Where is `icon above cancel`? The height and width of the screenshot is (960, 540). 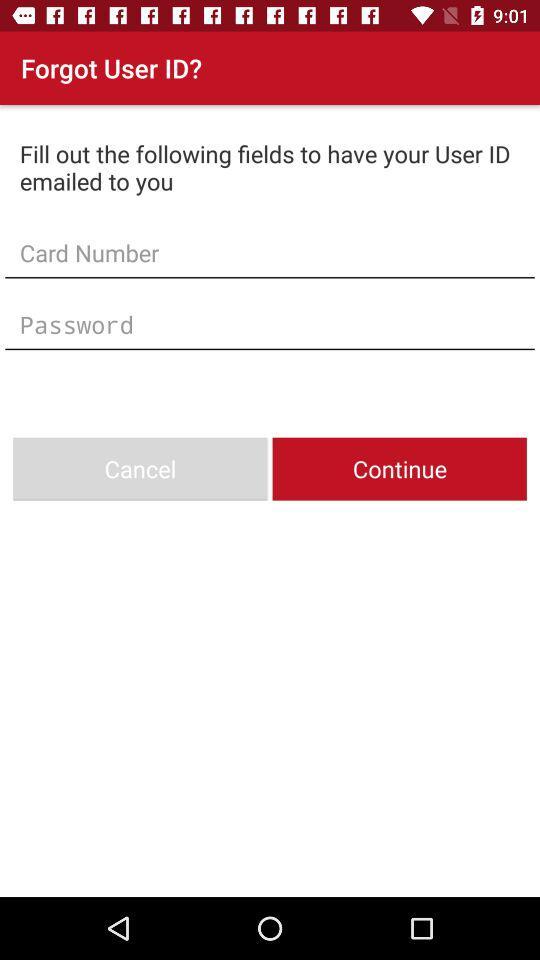
icon above cancel is located at coordinates (270, 324).